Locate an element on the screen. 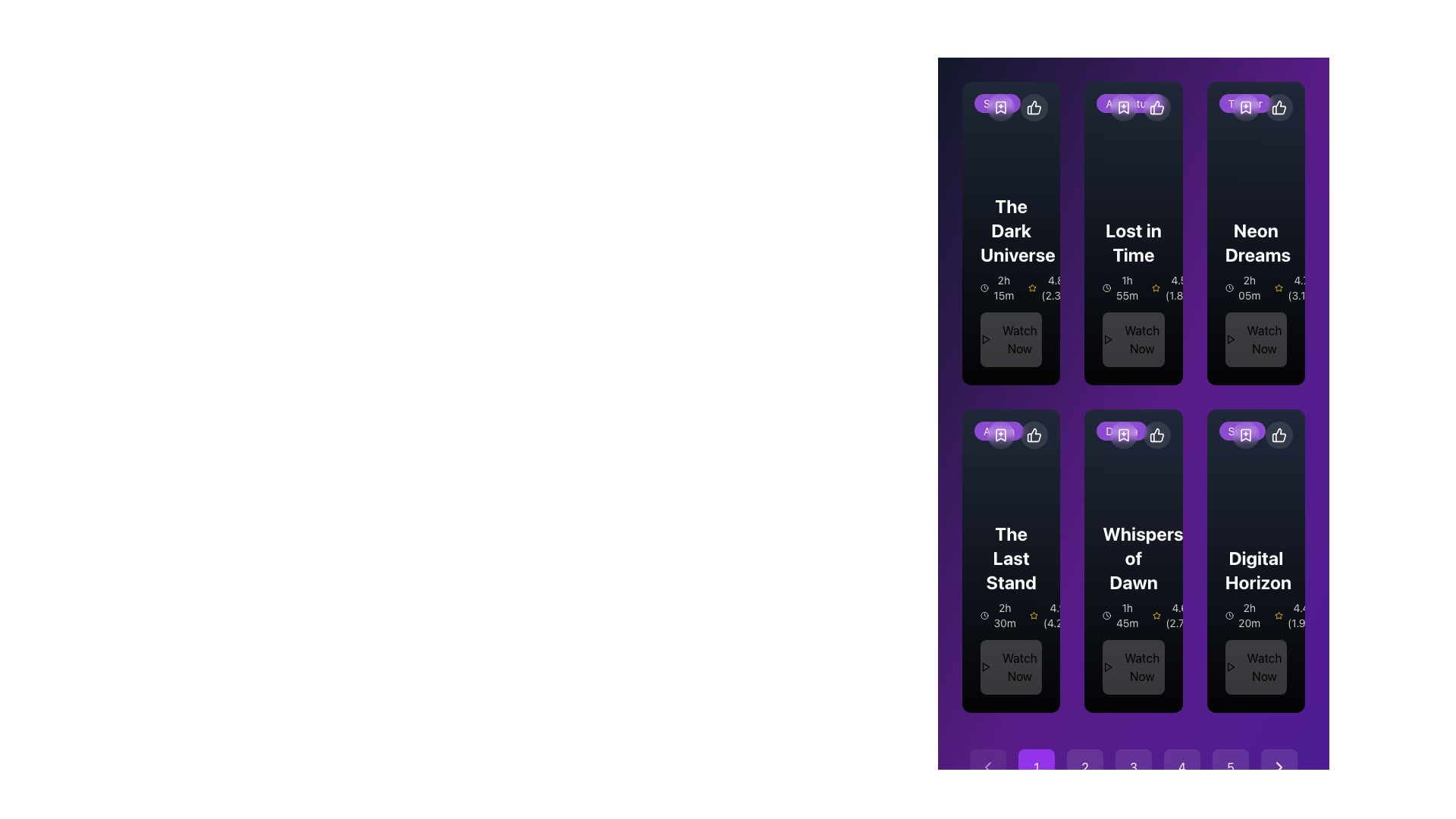 The image size is (1456, 819). the yellow star icon representing a rating indicator, which is positioned to the left of the numerical rating text is located at coordinates (1155, 288).